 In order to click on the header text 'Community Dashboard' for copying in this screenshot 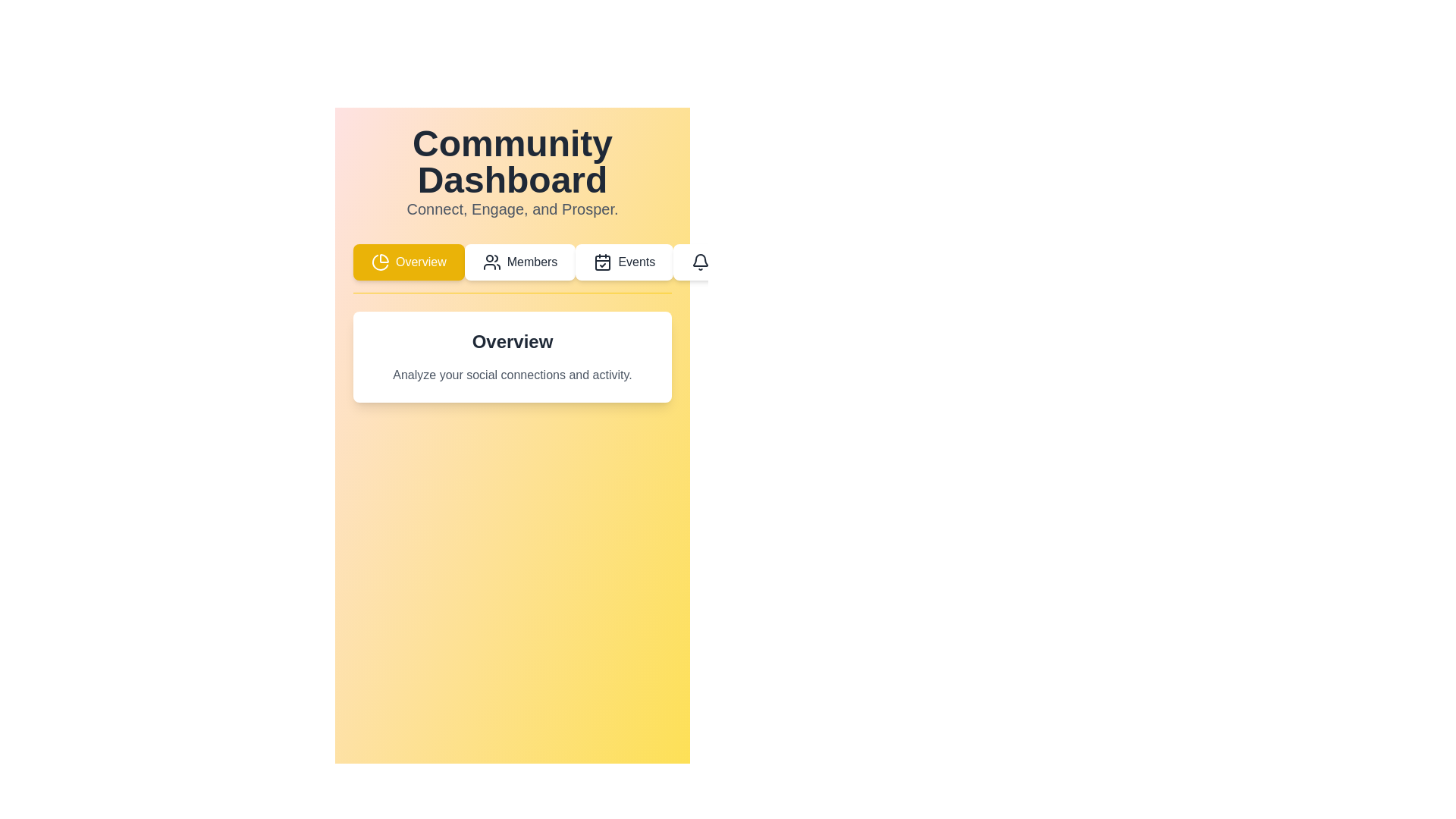, I will do `click(513, 162)`.